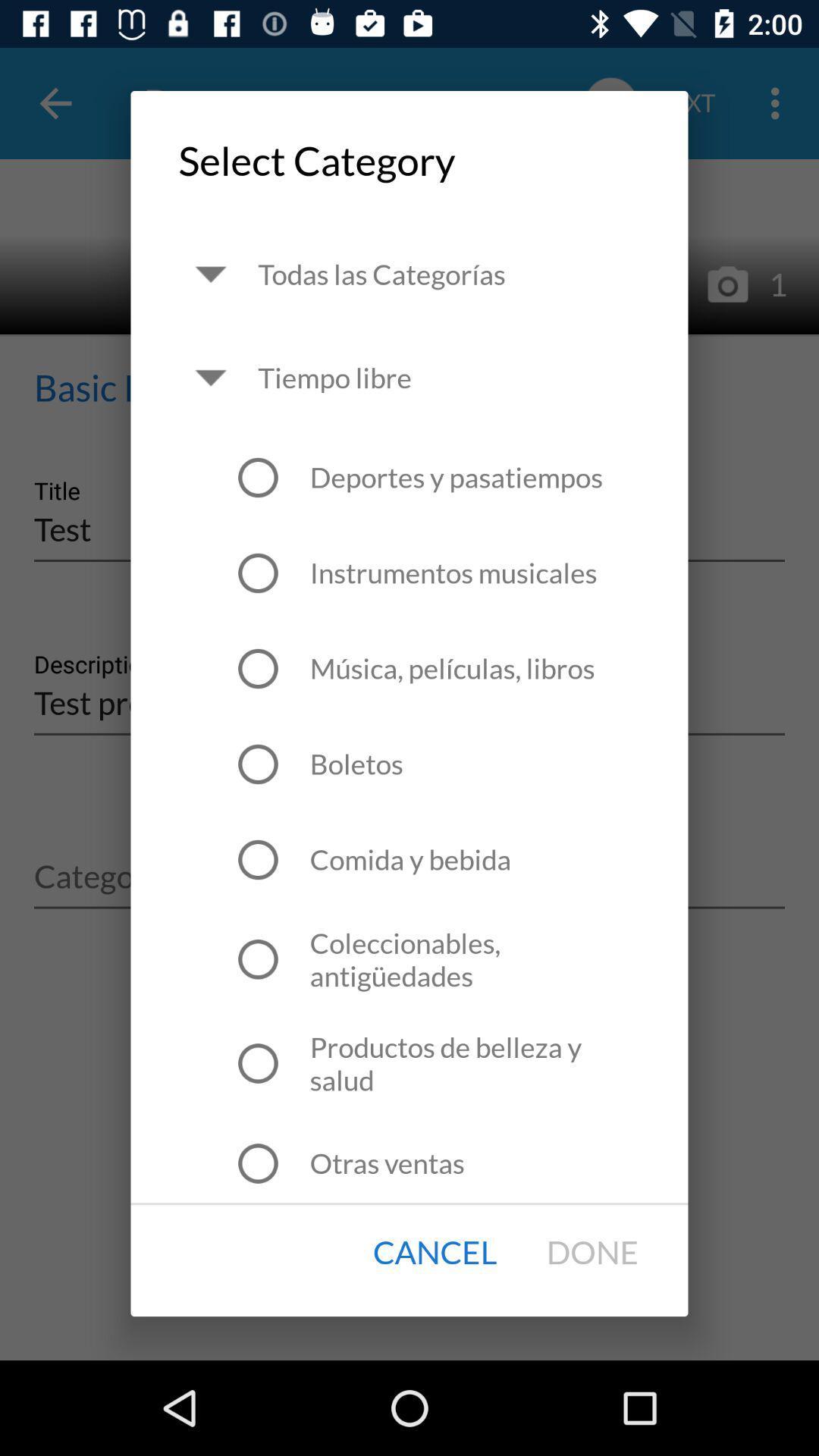 Image resolution: width=819 pixels, height=1456 pixels. What do you see at coordinates (591, 1253) in the screenshot?
I see `icon next to cancel` at bounding box center [591, 1253].